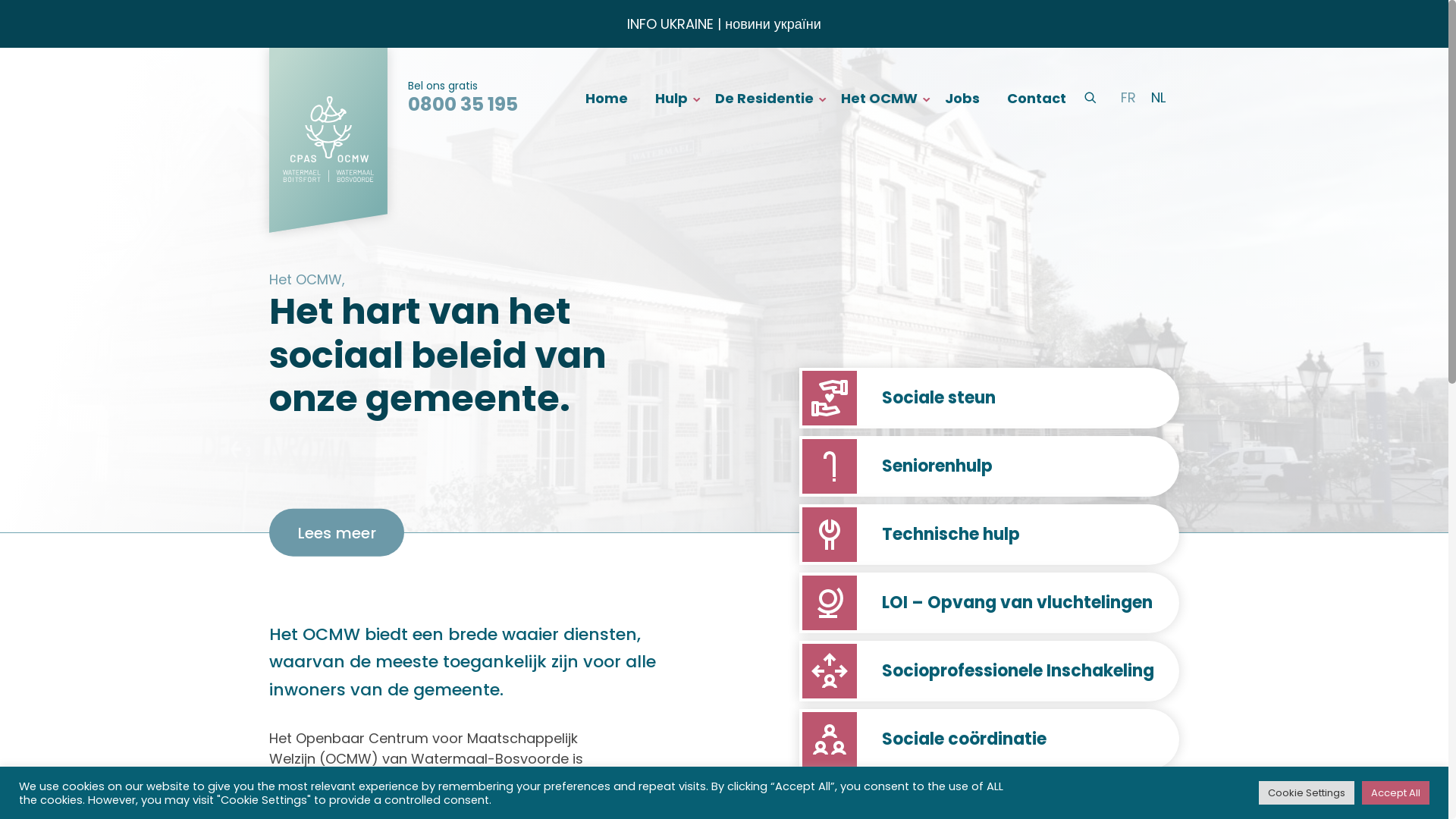  What do you see at coordinates (670, 97) in the screenshot?
I see `'Hulp'` at bounding box center [670, 97].